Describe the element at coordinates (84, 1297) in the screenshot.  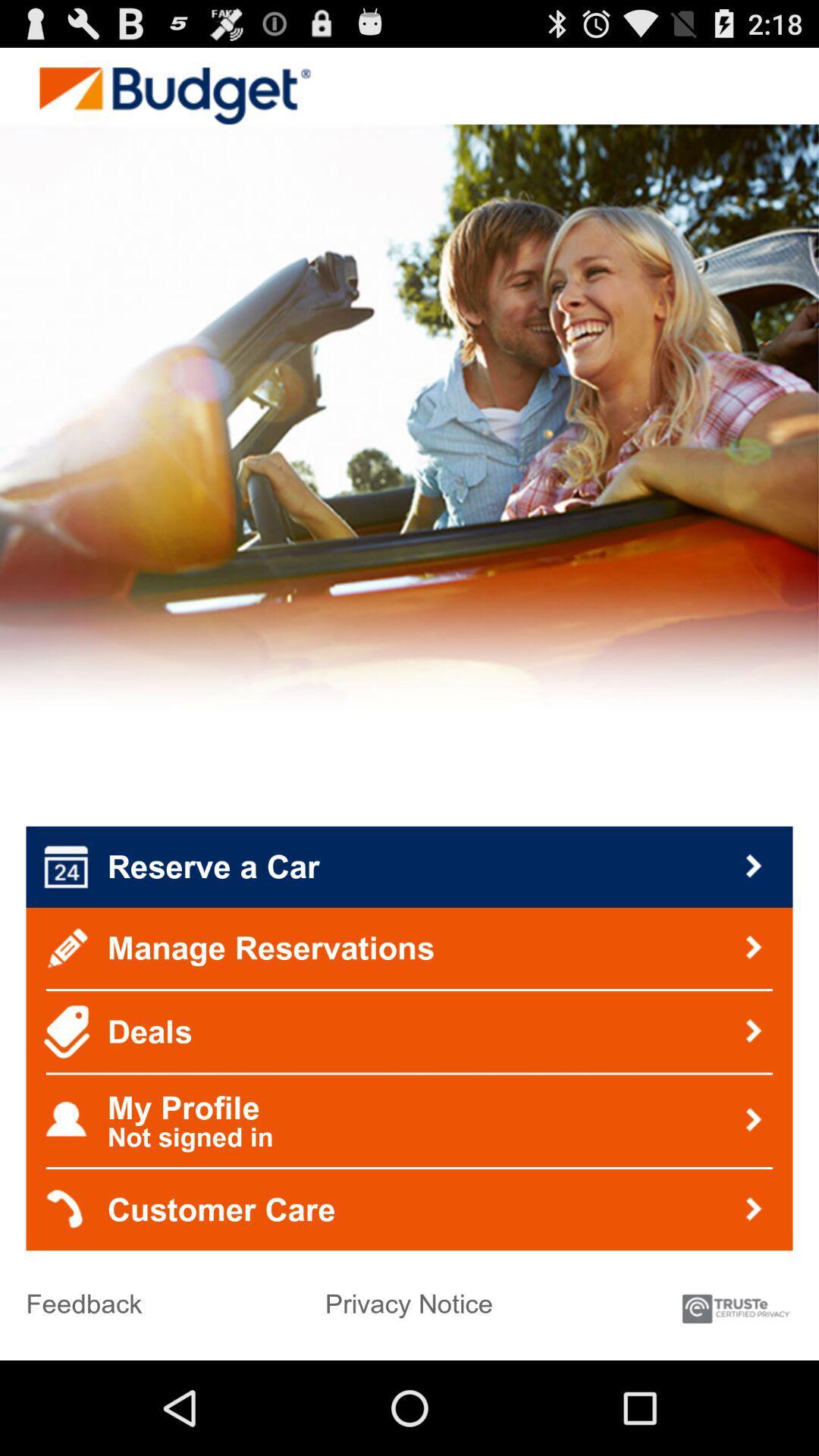
I see `icon to the left of the privacy notice icon` at that location.